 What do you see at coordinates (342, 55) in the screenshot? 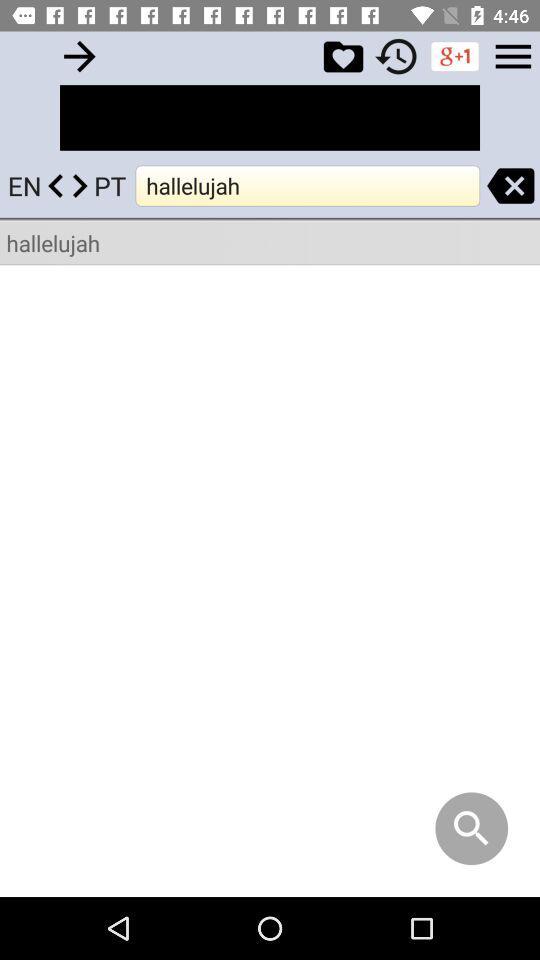
I see `the folder icon` at bounding box center [342, 55].